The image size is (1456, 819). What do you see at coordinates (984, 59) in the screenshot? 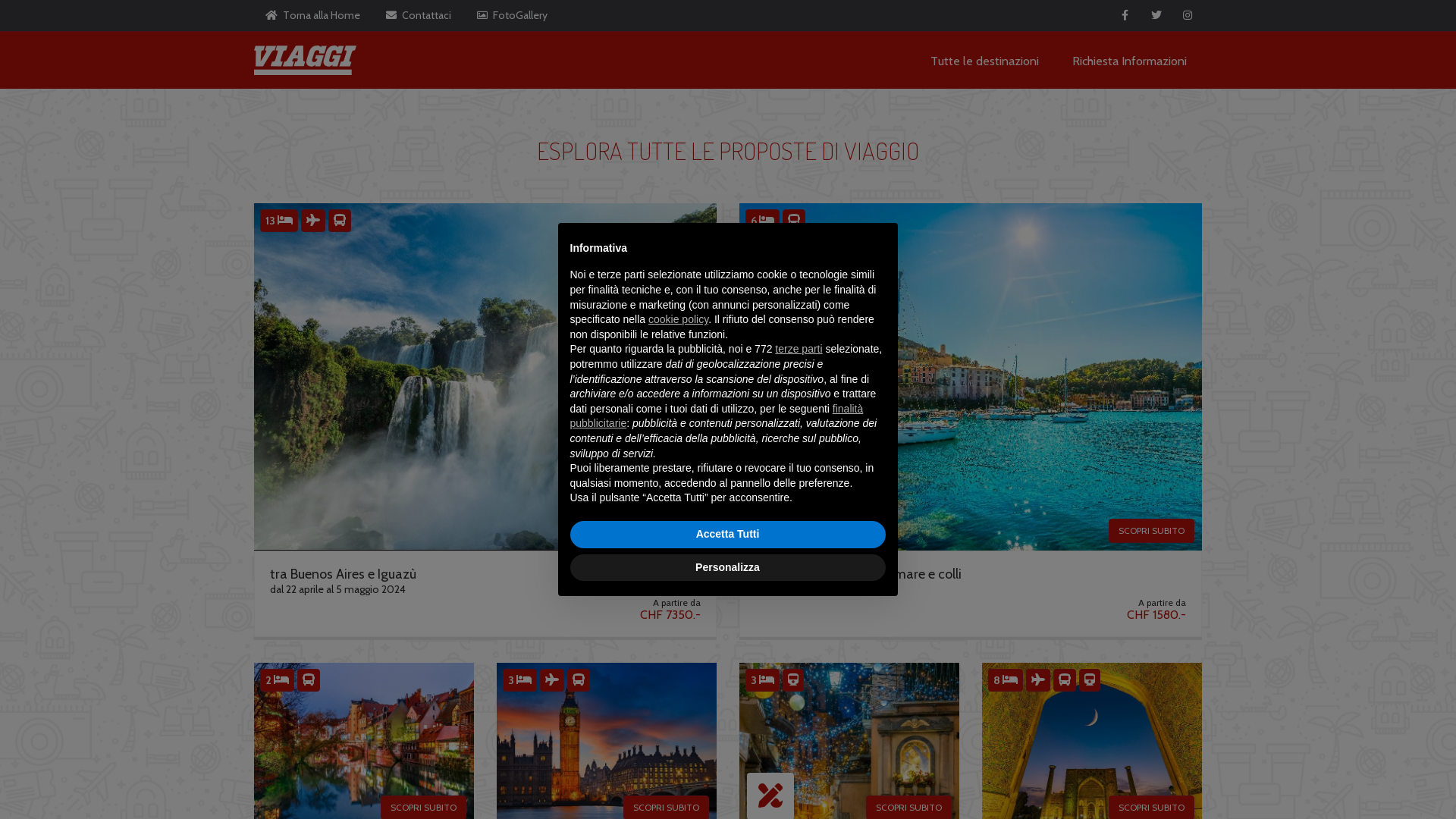
I see `'Tutte le destinazioni'` at bounding box center [984, 59].